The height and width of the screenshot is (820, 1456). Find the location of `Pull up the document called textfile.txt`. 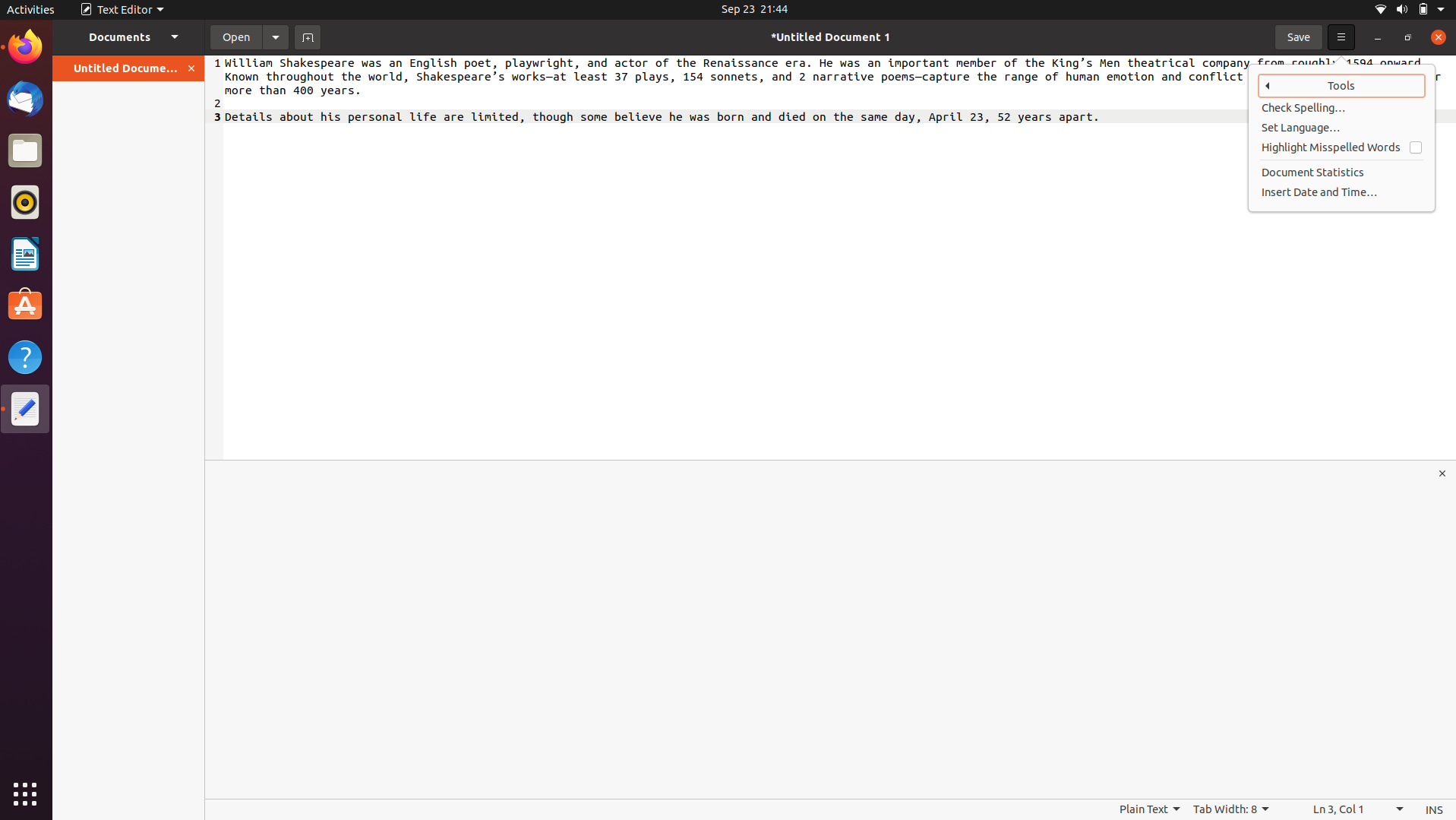

Pull up the document called textfile.txt is located at coordinates (233, 36).